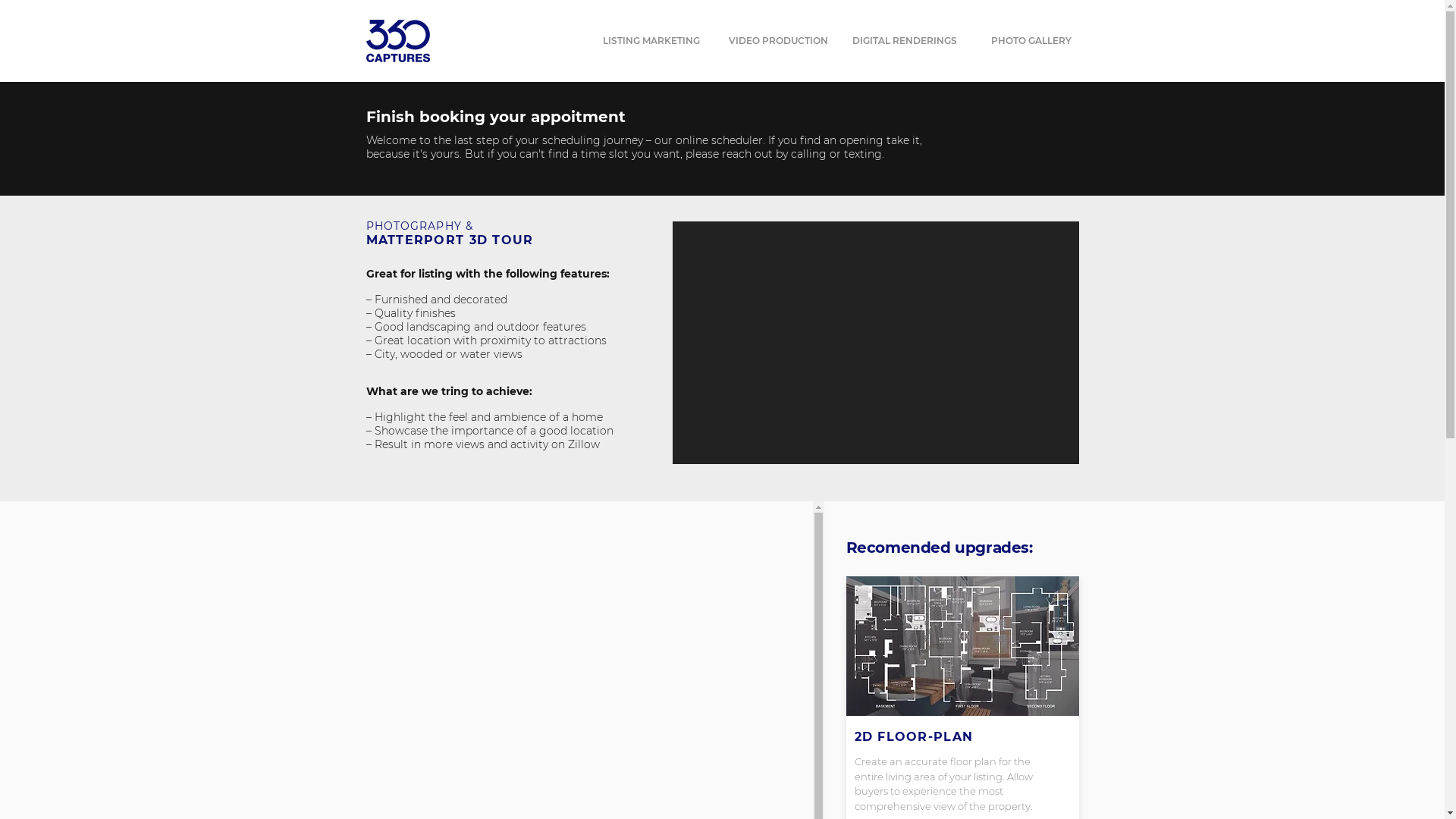 This screenshot has height=819, width=1456. What do you see at coordinates (1030, 40) in the screenshot?
I see `'PHOTO GALLERY'` at bounding box center [1030, 40].